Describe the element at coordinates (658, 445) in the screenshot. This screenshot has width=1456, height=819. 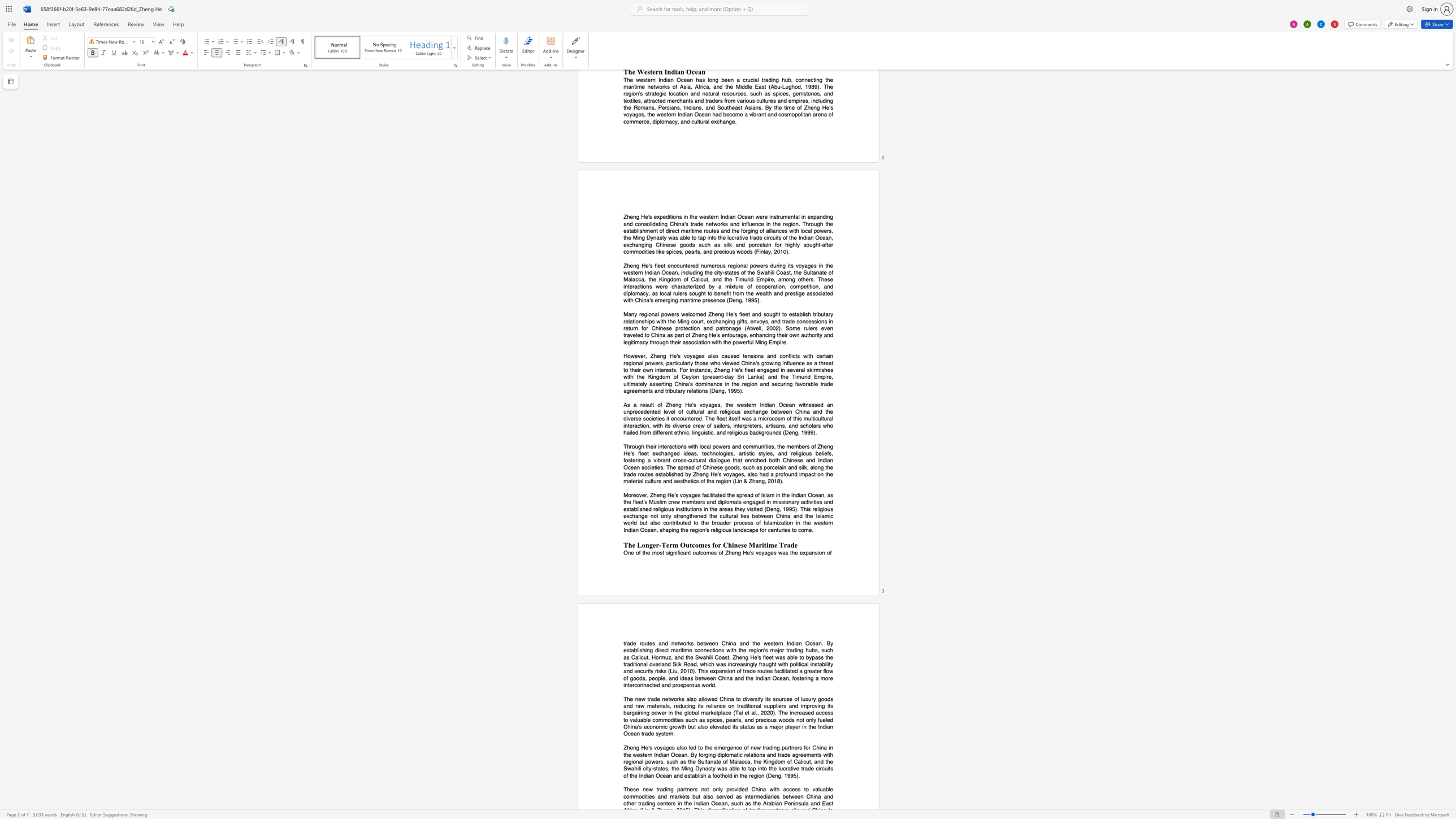
I see `the subset text "nteractions with local powers and communities, the members of Zheng He" within the text "Through their interactions with local powers and communities, the members of Zheng He"` at that location.